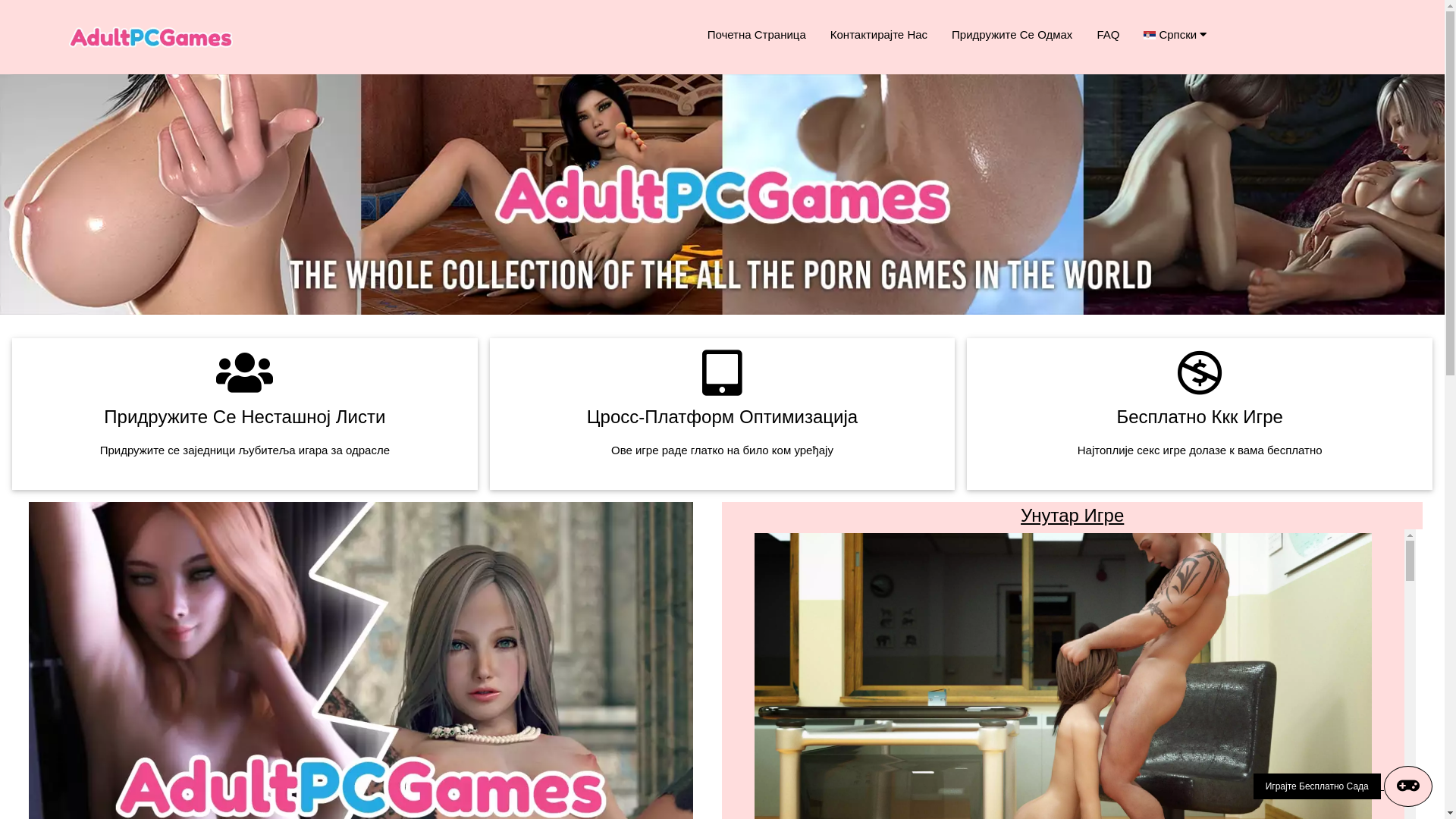 Image resolution: width=1456 pixels, height=819 pixels. I want to click on 'FAQ', so click(1084, 34).